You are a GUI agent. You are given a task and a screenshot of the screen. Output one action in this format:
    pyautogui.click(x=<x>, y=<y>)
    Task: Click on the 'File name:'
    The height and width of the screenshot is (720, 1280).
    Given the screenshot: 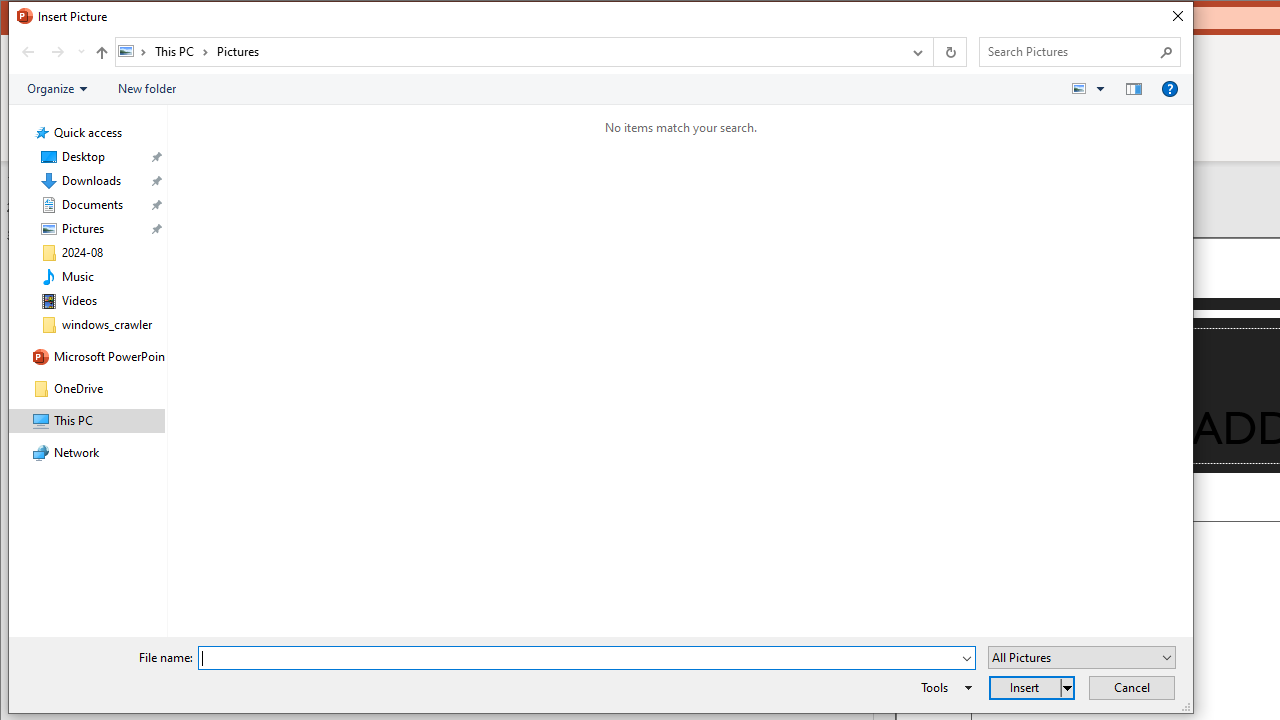 What is the action you would take?
    pyautogui.click(x=585, y=658)
    